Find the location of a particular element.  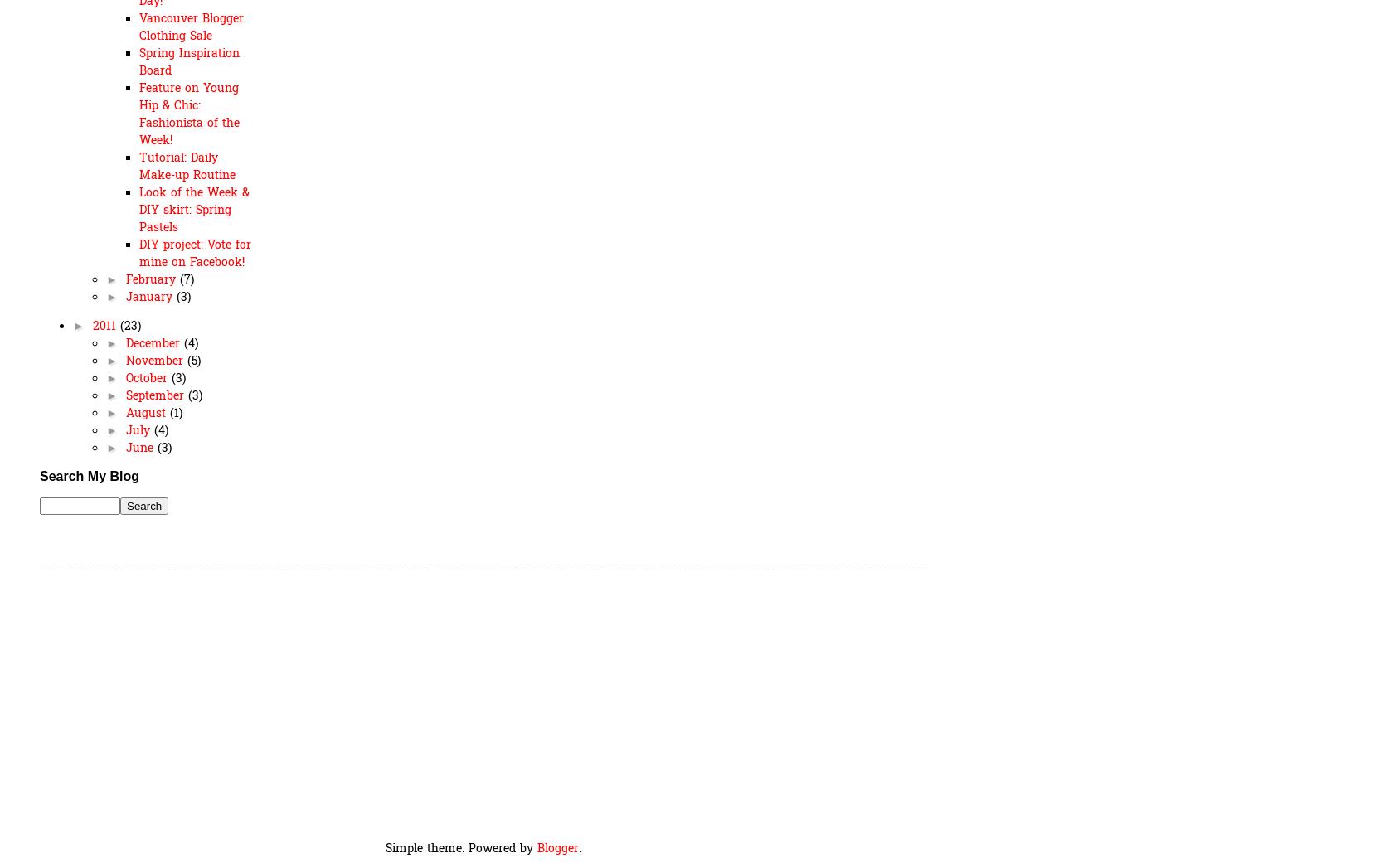

'Look of the Week & DIY skirt: Spring Pastels' is located at coordinates (194, 210).